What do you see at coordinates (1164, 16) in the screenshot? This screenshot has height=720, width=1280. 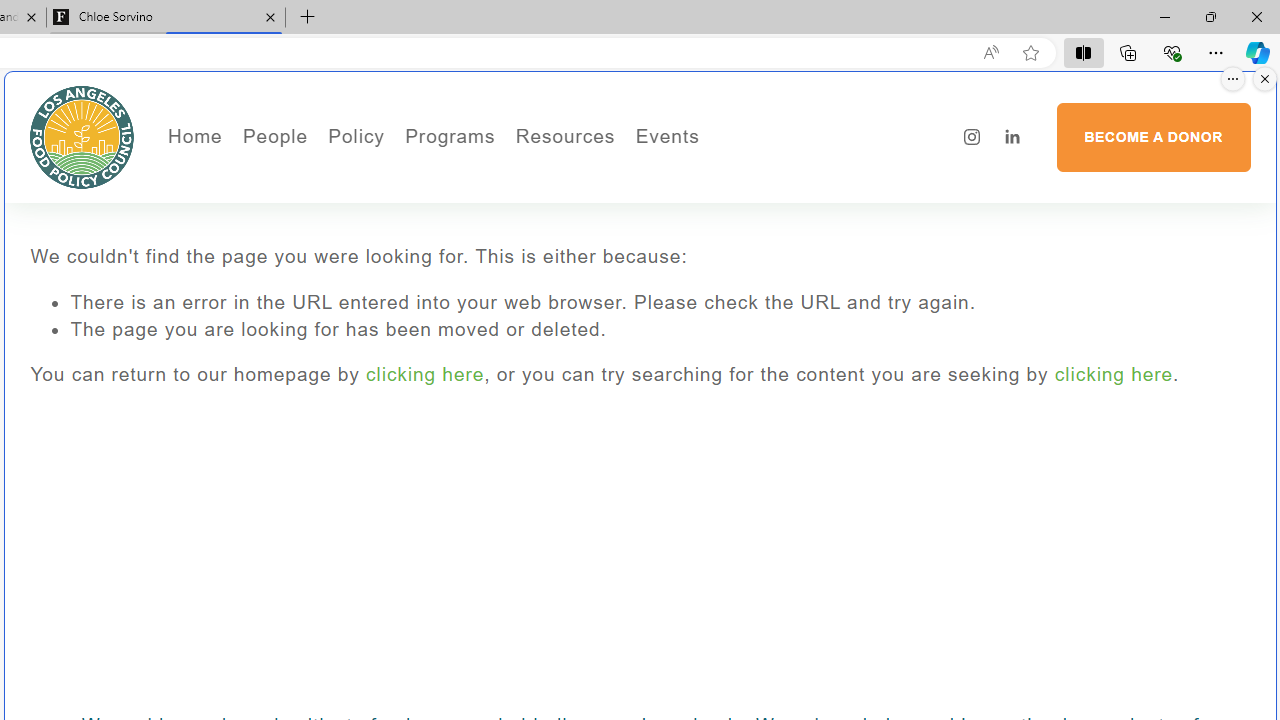 I see `'Minimize'` at bounding box center [1164, 16].